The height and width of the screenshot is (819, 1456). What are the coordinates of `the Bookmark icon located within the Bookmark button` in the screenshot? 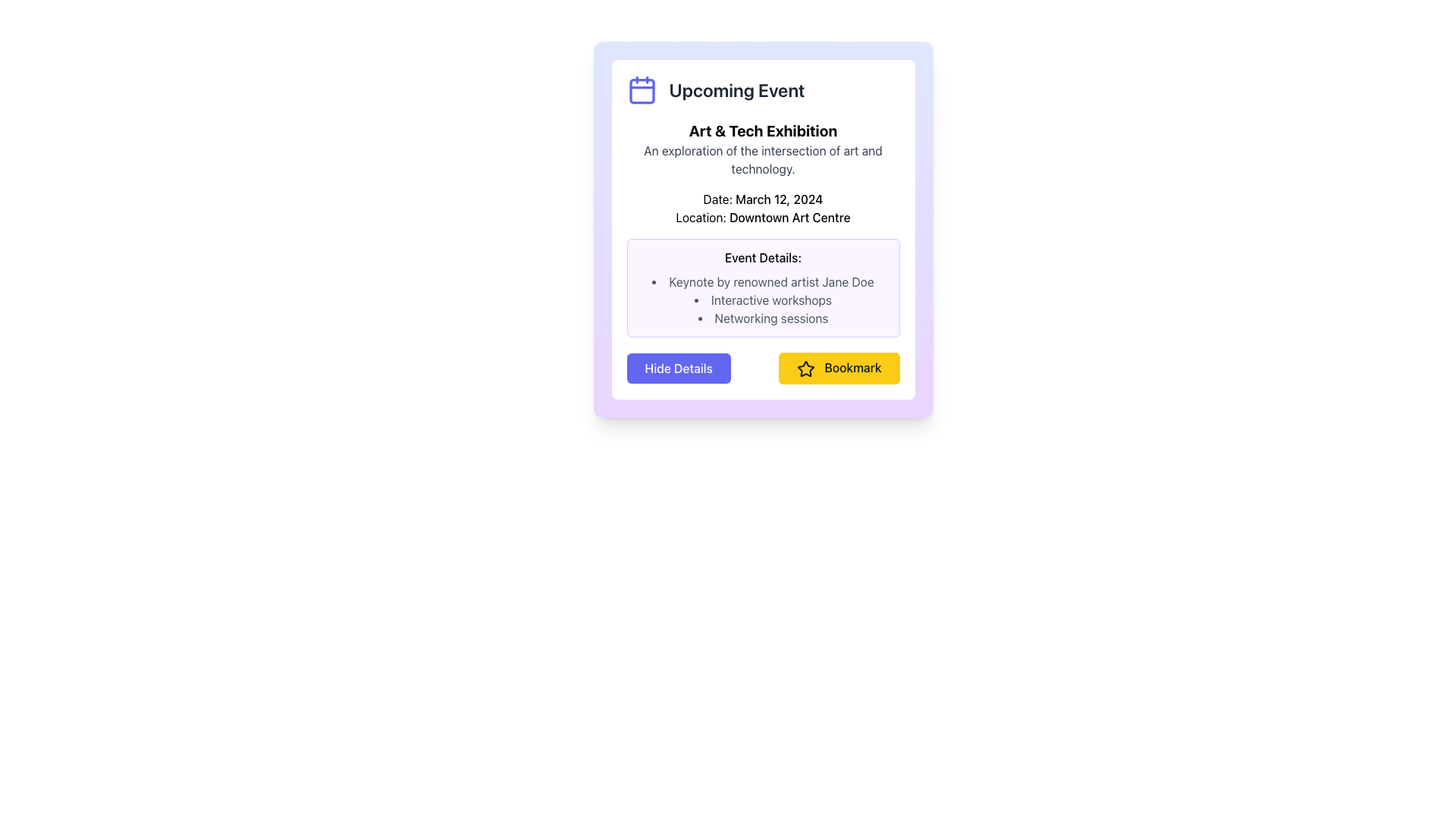 It's located at (805, 369).